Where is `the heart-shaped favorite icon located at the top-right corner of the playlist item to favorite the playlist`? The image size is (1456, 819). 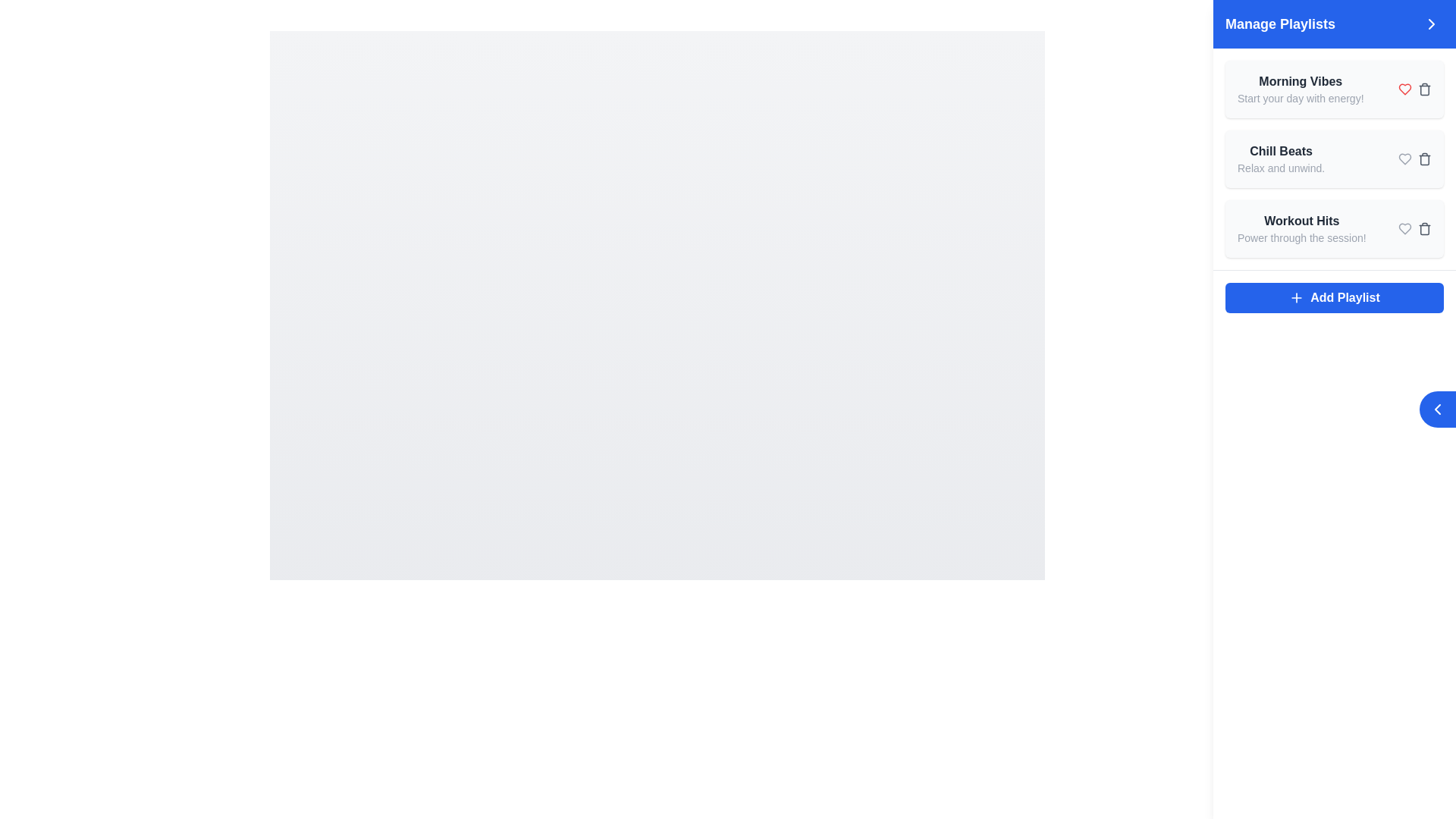
the heart-shaped favorite icon located at the top-right corner of the playlist item to favorite the playlist is located at coordinates (1404, 158).